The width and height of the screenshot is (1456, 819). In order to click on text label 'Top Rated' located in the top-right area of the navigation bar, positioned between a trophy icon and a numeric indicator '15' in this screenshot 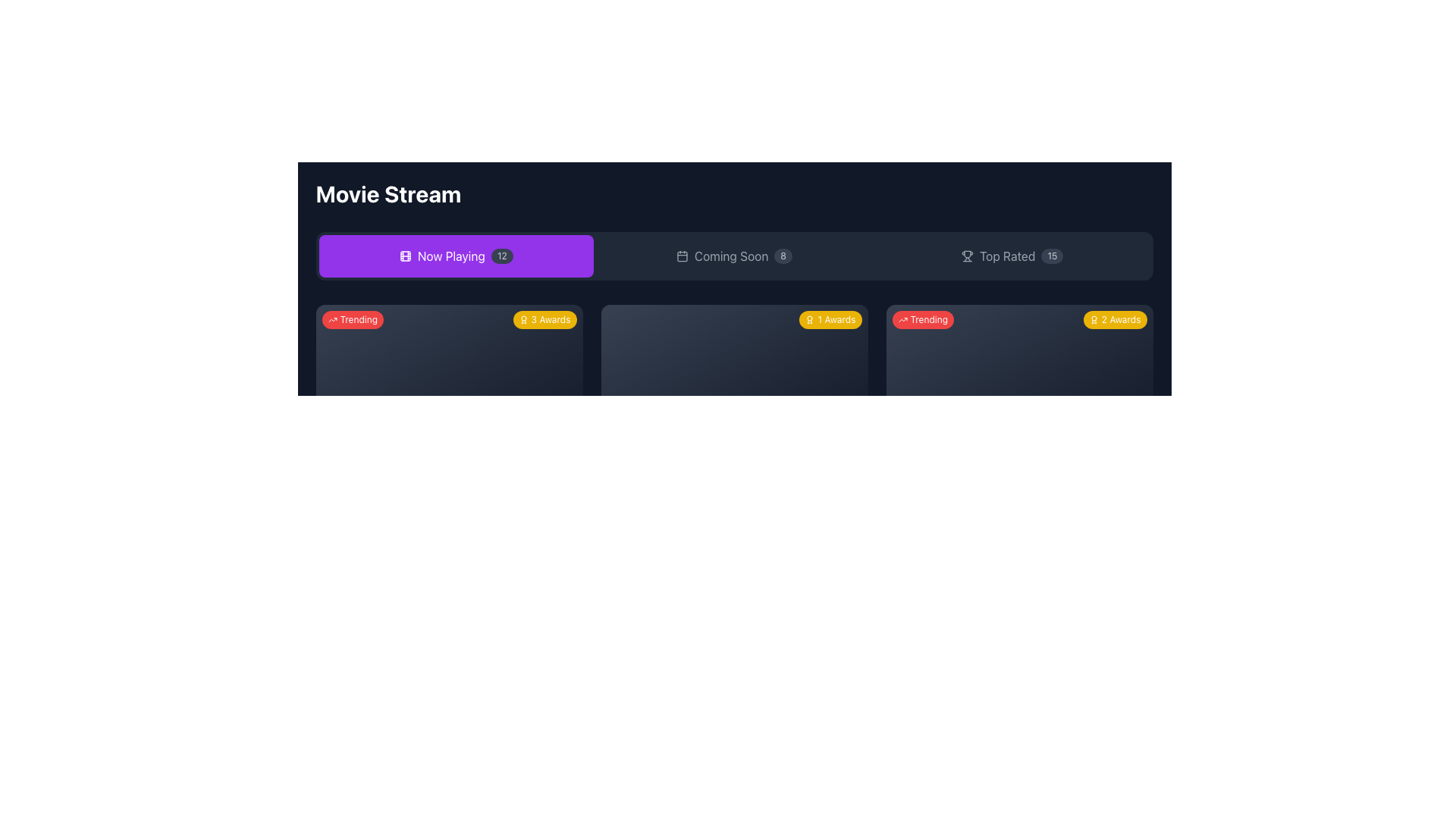, I will do `click(1007, 256)`.